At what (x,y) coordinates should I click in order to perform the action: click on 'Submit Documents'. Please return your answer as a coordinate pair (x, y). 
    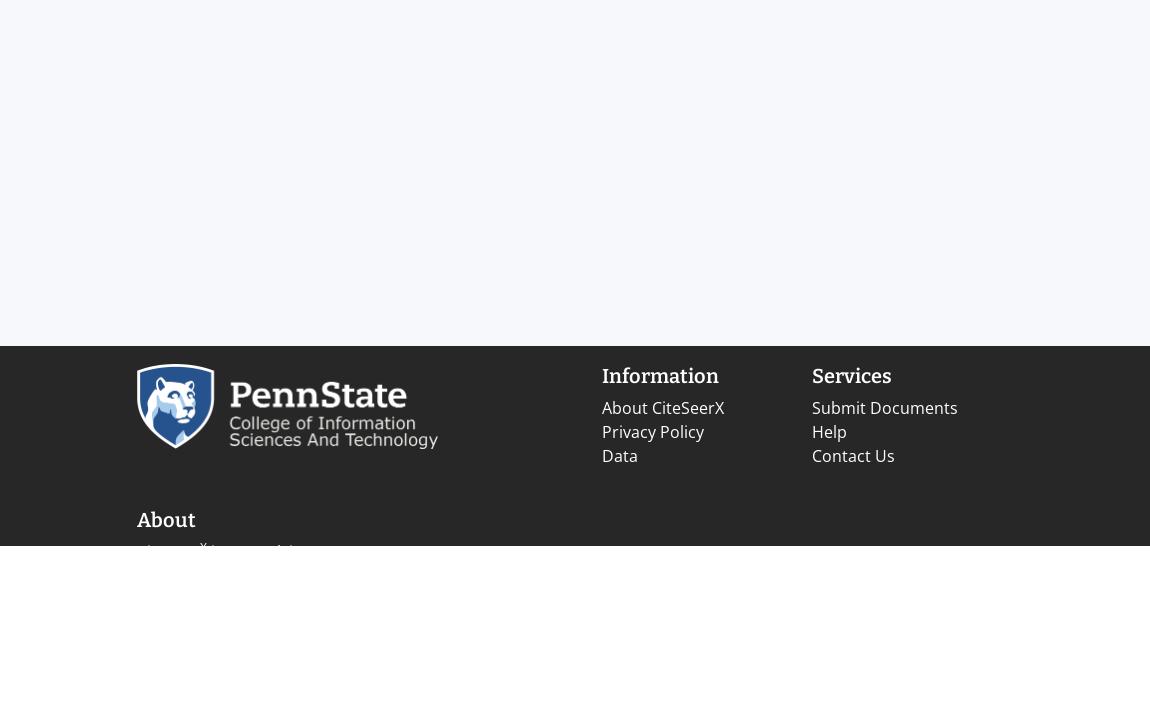
    Looking at the image, I should click on (885, 406).